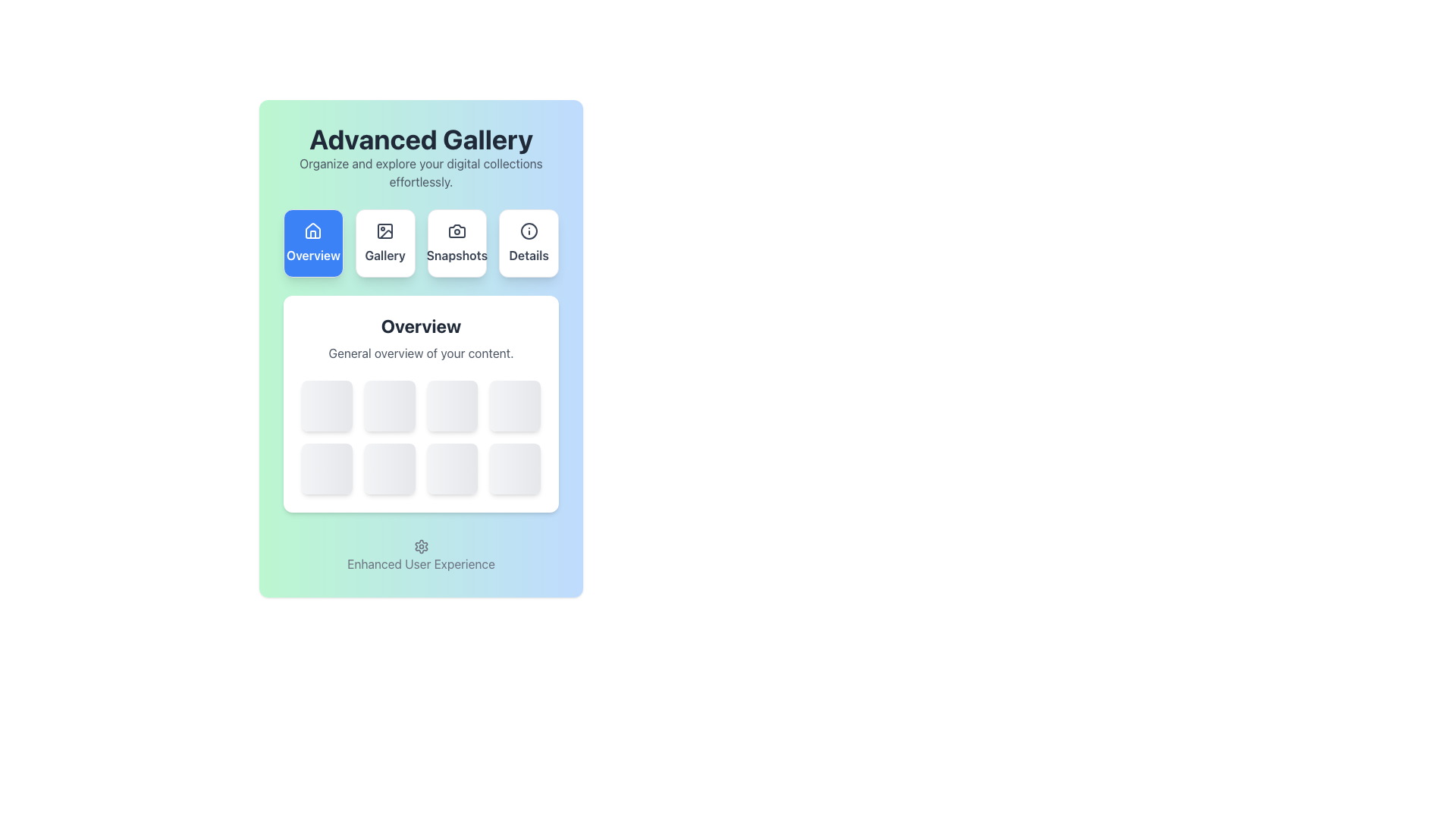  Describe the element at coordinates (421, 353) in the screenshot. I see `text content from the Text block that says 'General overview of your content.' which is located beneath the 'Overview' header in a rounded white card` at that location.